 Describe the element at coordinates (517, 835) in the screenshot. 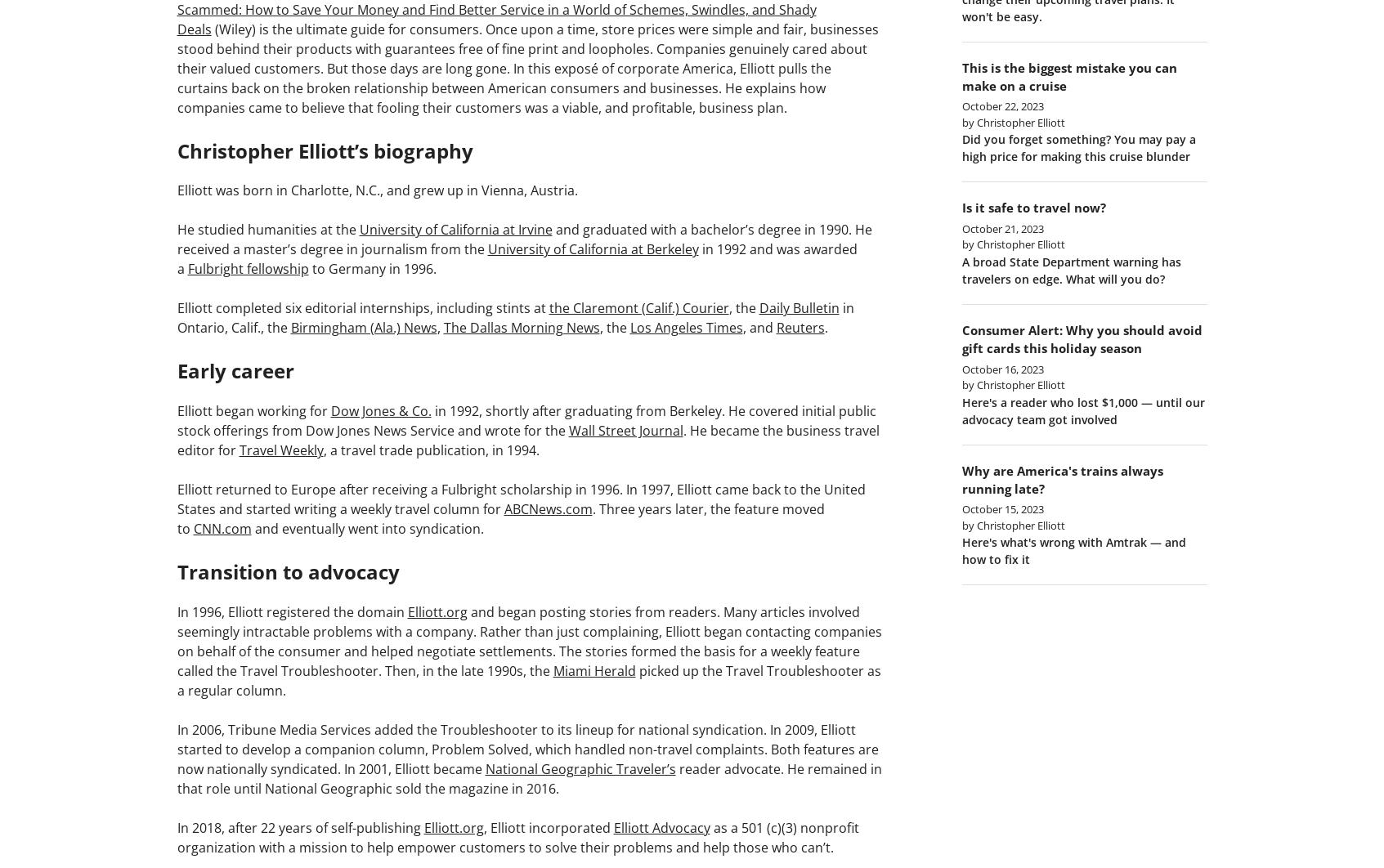

I see `'as a 501 (c)(3) nonprofit organization with a mission to help empower customers to solve their problems and help those who can’t.'` at that location.